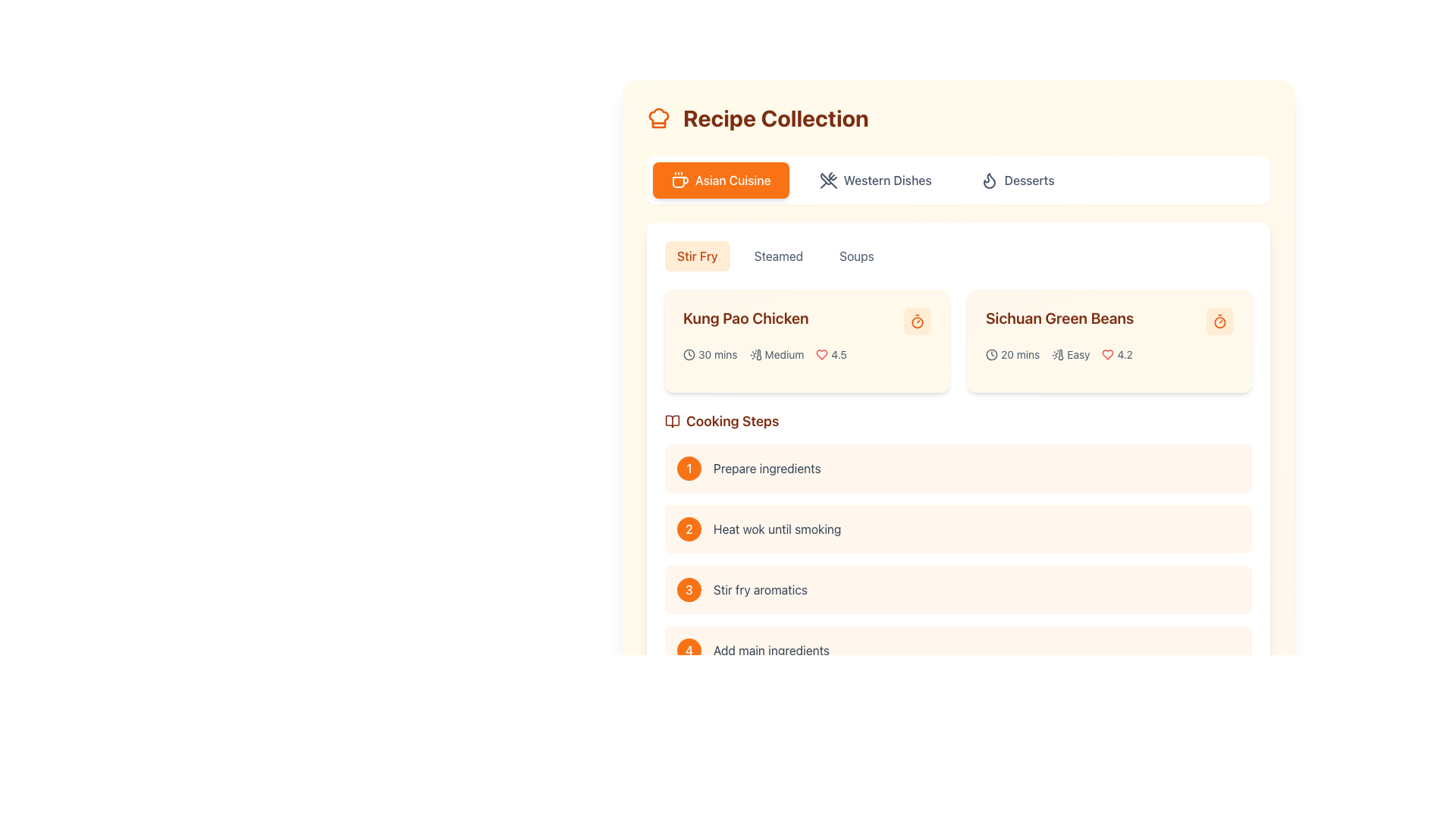 The height and width of the screenshot is (819, 1456). Describe the element at coordinates (806, 321) in the screenshot. I see `the 'Kung Pao Chicken' title text label located at the top-left of the yellow rectangular card in the 'Stir Fry' section of the 'Asian Cuisine' tab` at that location.